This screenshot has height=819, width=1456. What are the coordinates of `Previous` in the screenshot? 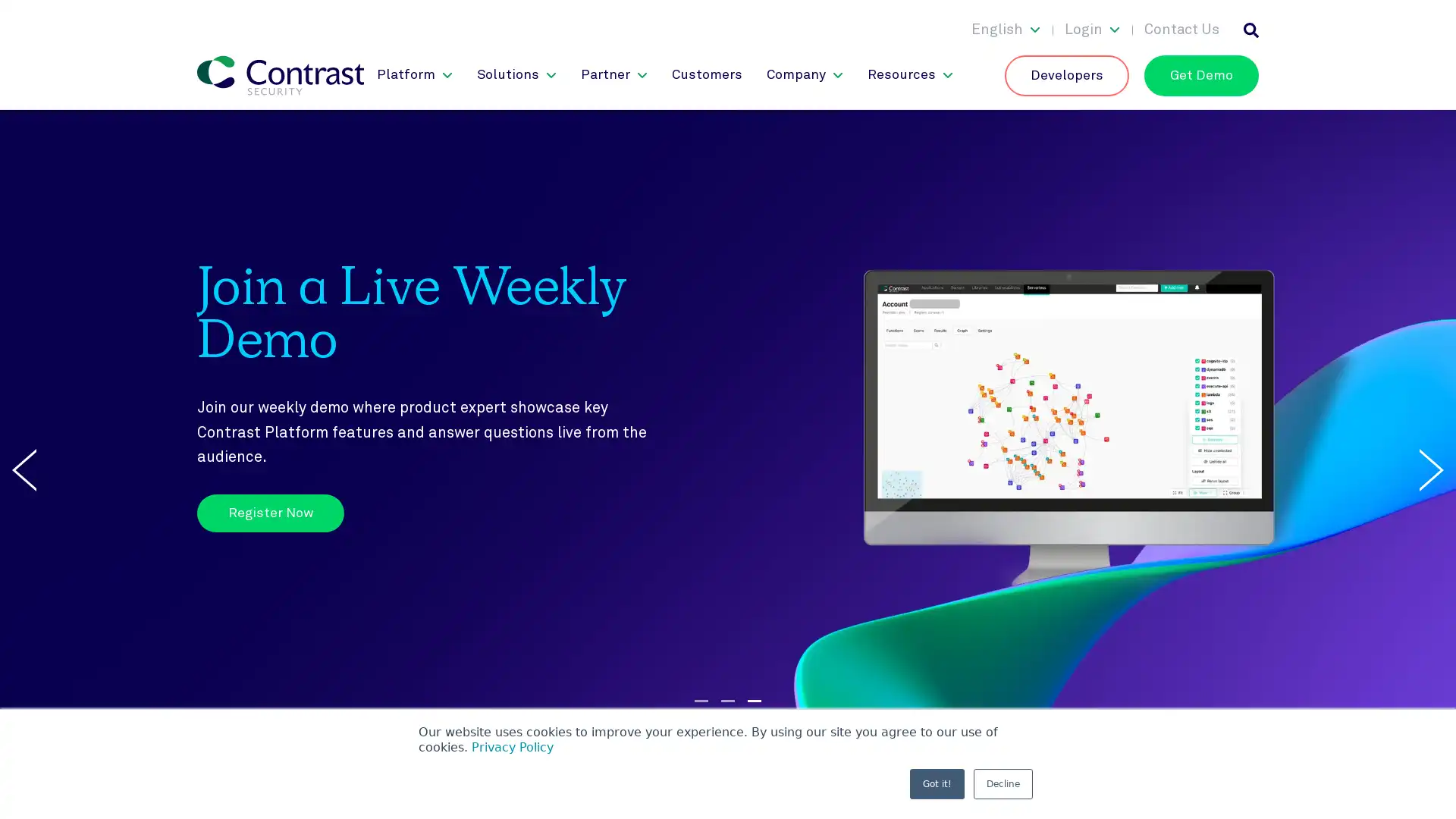 It's located at (24, 468).